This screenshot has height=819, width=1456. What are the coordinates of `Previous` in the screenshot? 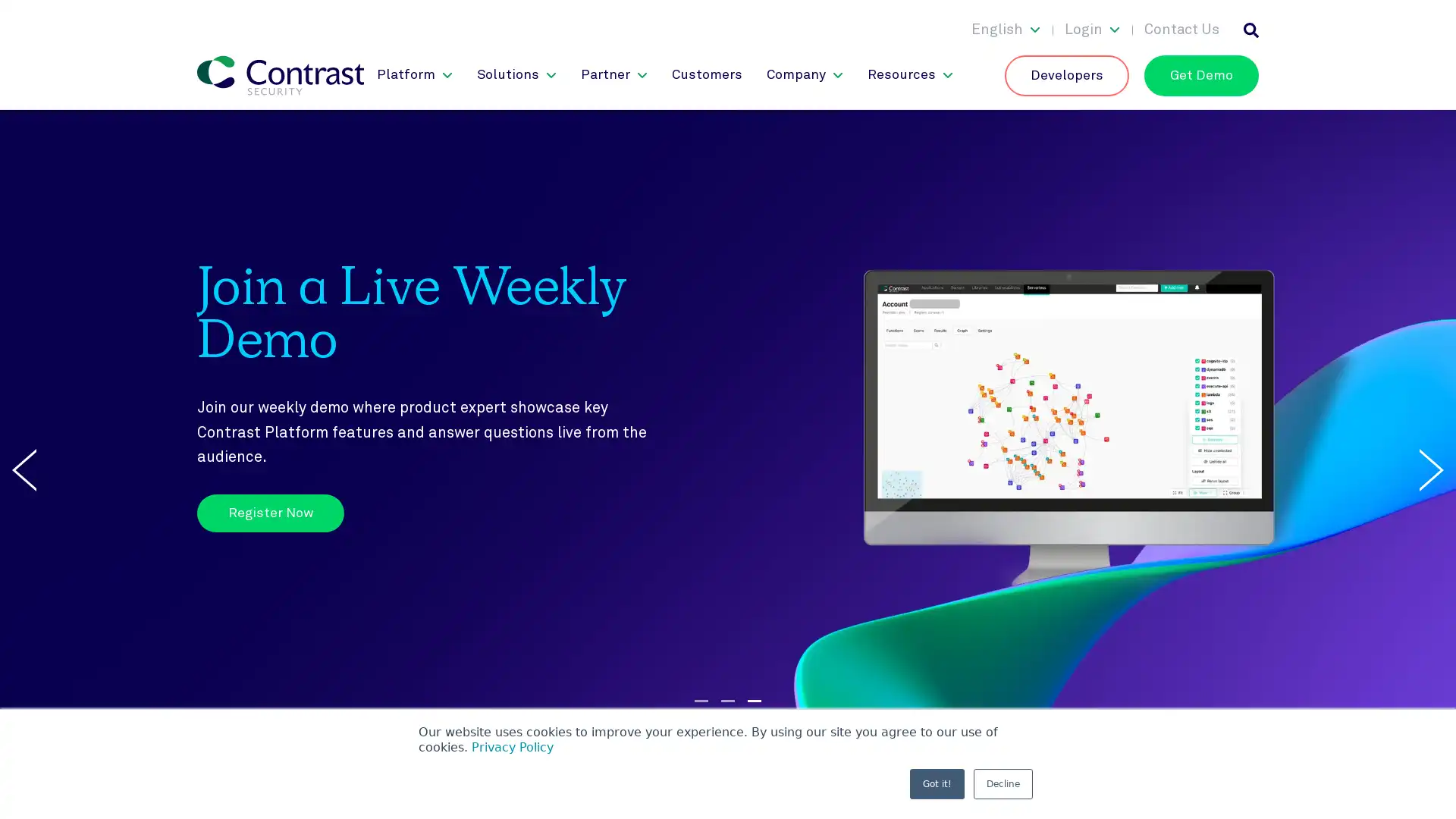 It's located at (24, 468).